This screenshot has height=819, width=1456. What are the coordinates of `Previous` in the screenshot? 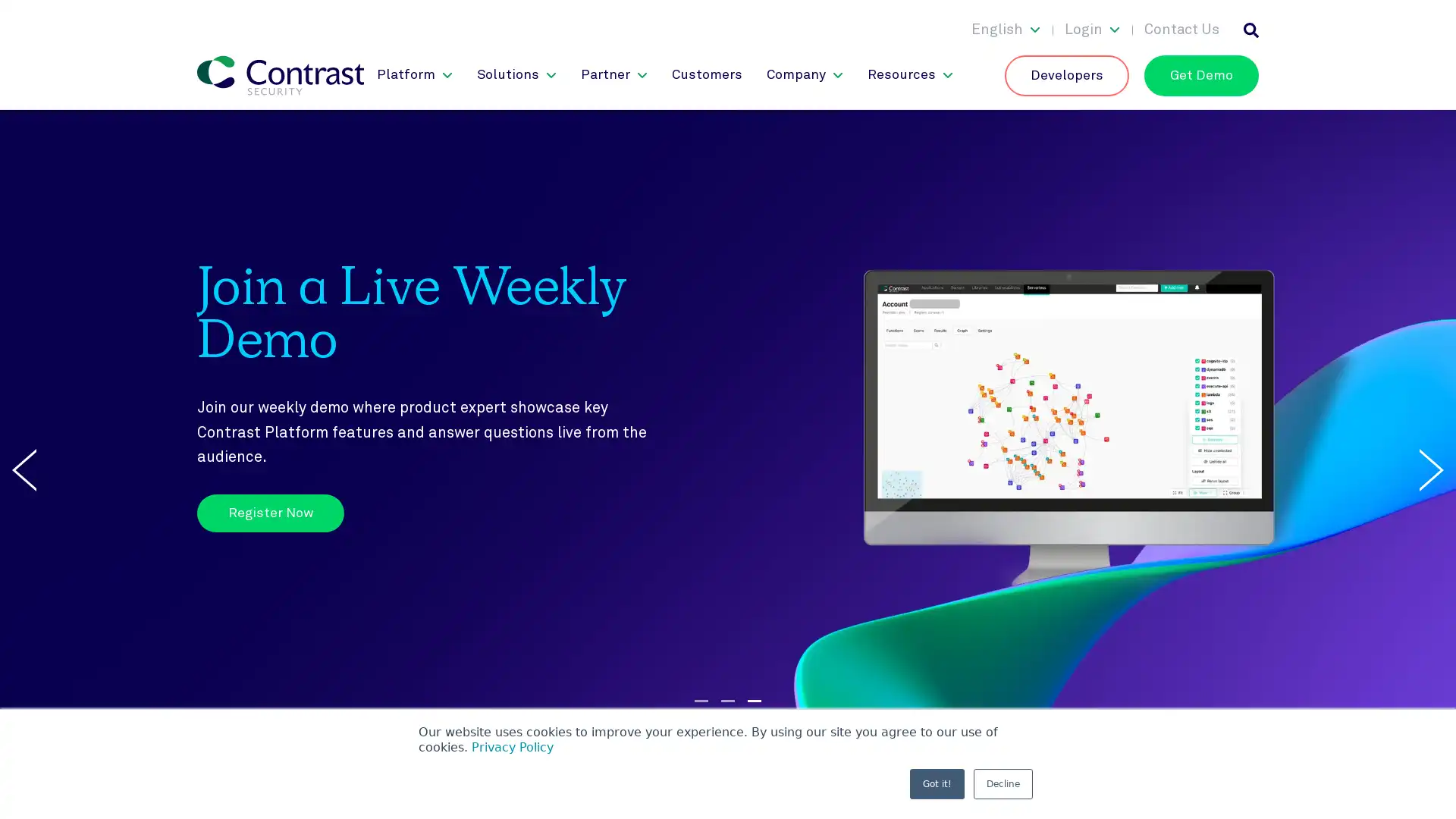 It's located at (24, 468).